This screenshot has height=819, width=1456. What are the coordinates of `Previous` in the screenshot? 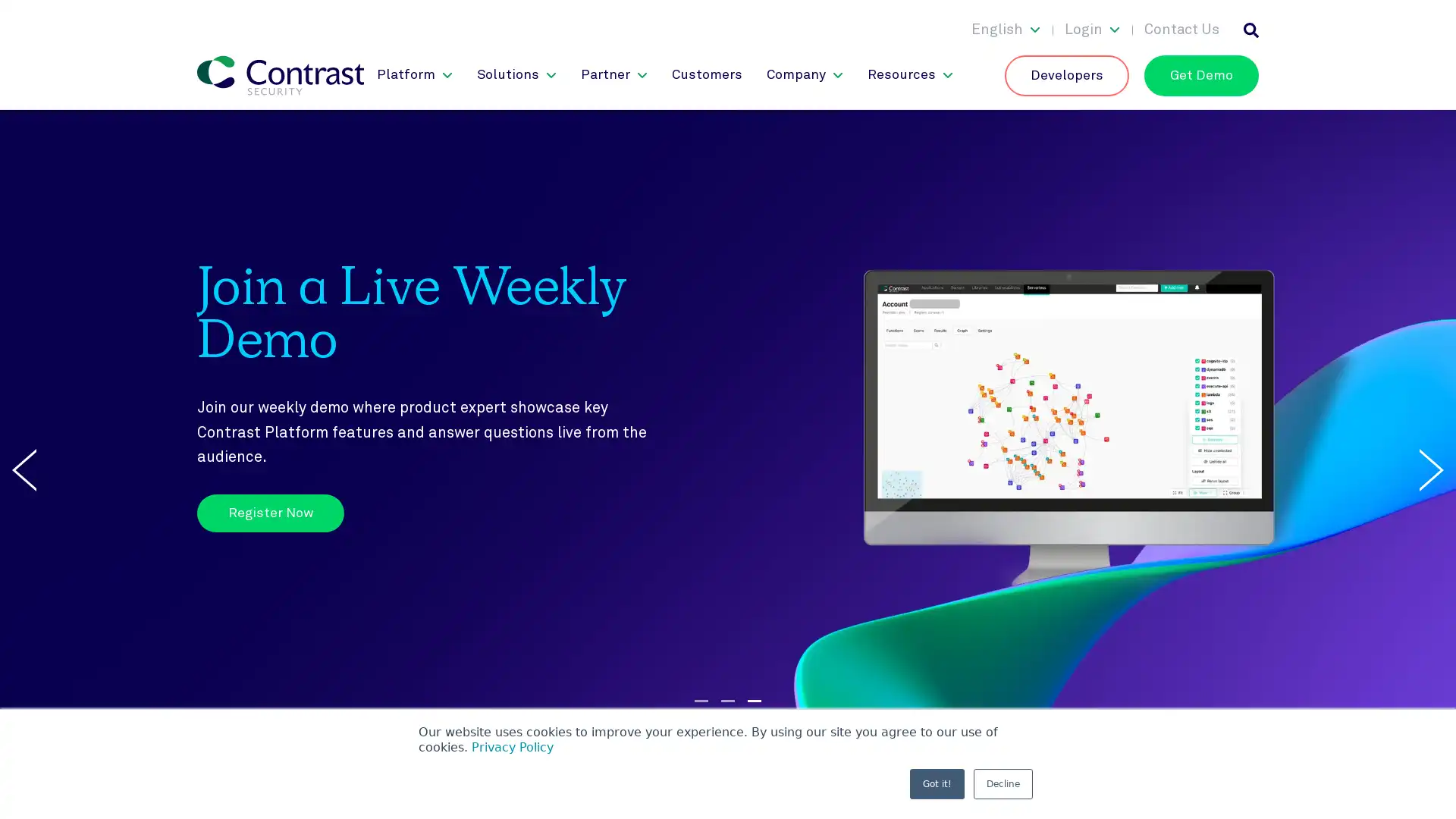 It's located at (24, 468).